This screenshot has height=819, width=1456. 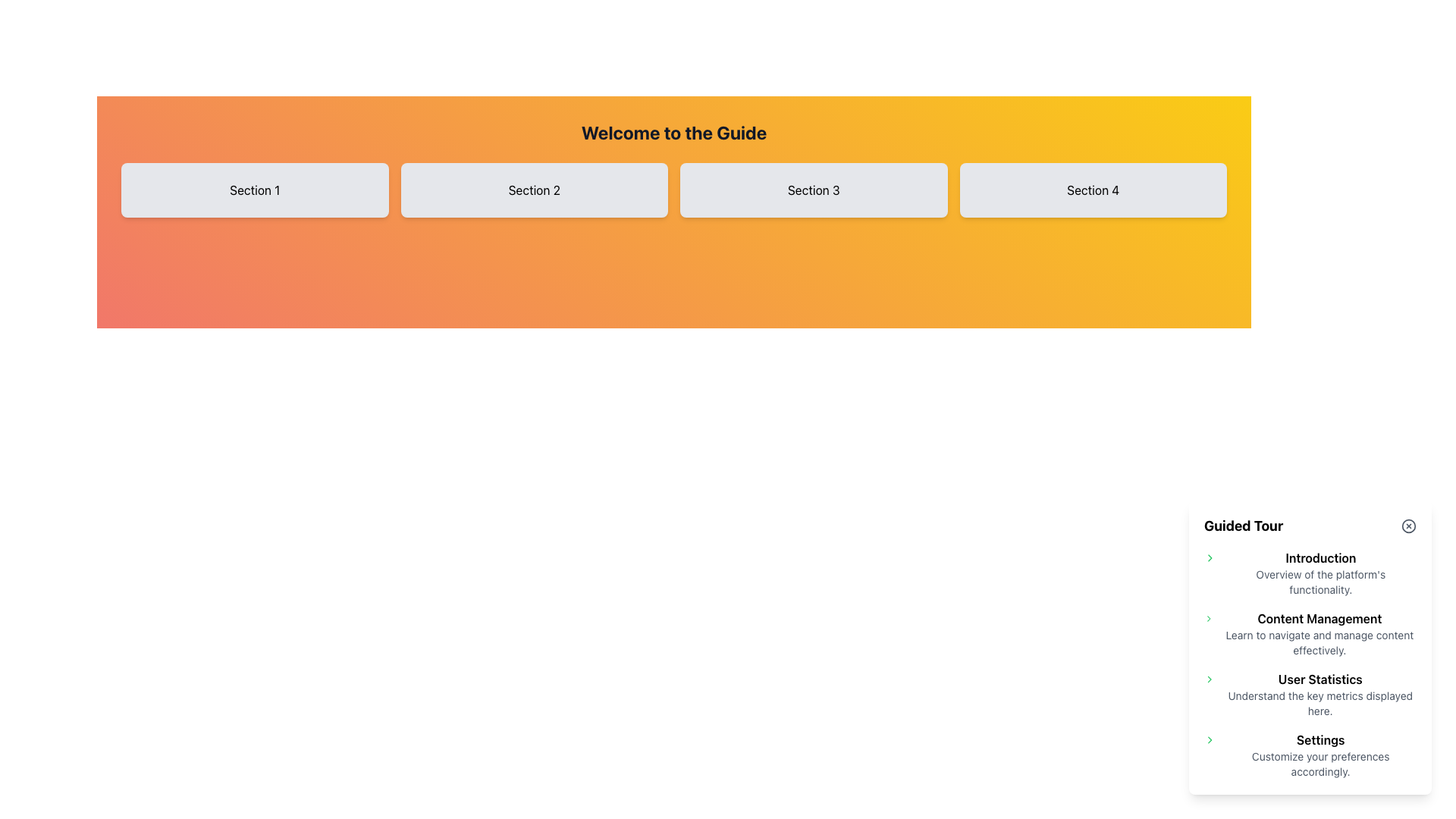 I want to click on text label that says 'Customize your preferences accordingly.' located below the 'Settings' heading in the bottom-right section of the interface, so click(x=1319, y=764).